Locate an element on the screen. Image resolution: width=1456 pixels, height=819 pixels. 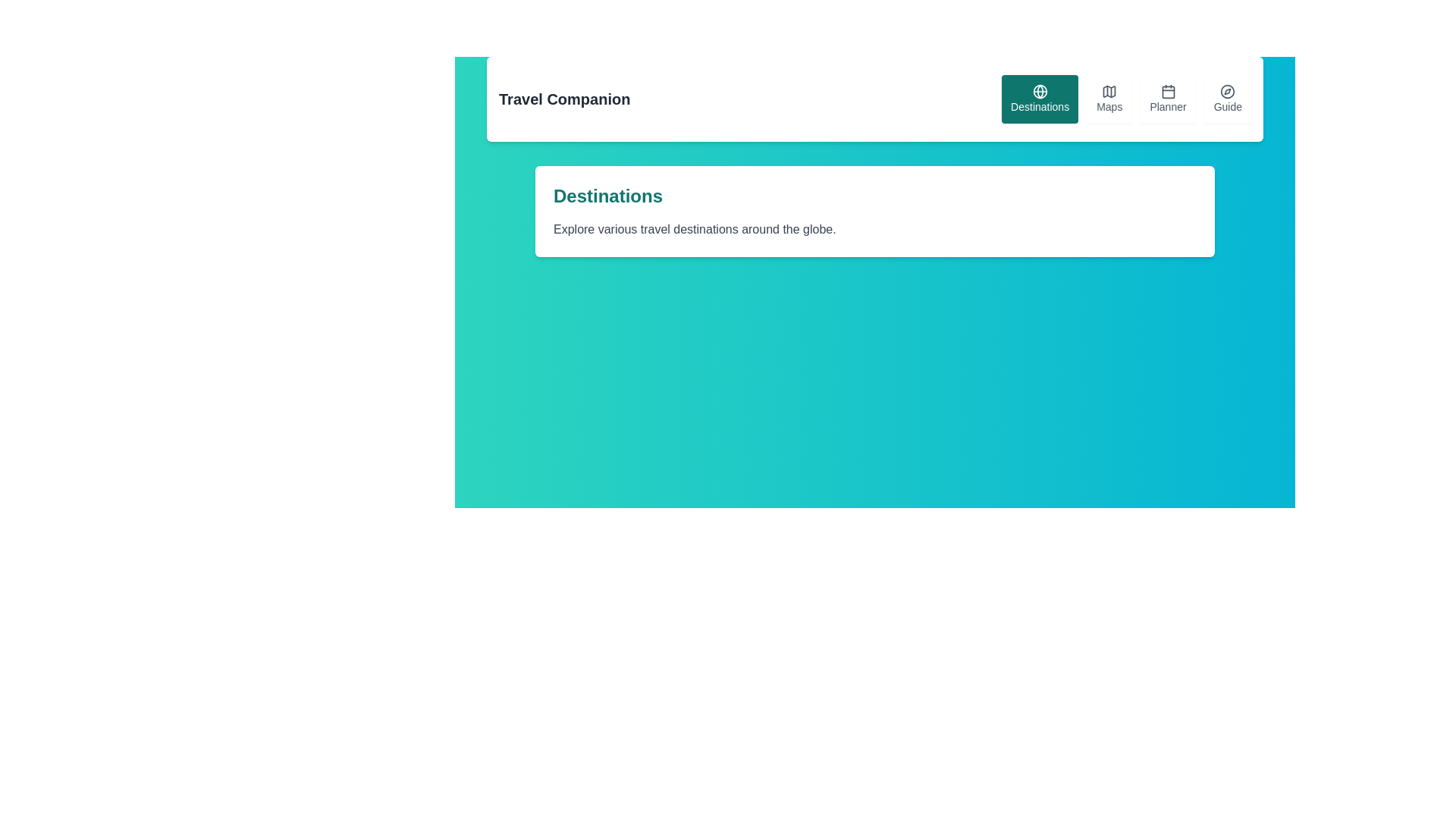
the text heading that serves as the title of the section highlighting various travel destinations, located at the top-left corner of a white, rounded-corner card is located at coordinates (607, 201).